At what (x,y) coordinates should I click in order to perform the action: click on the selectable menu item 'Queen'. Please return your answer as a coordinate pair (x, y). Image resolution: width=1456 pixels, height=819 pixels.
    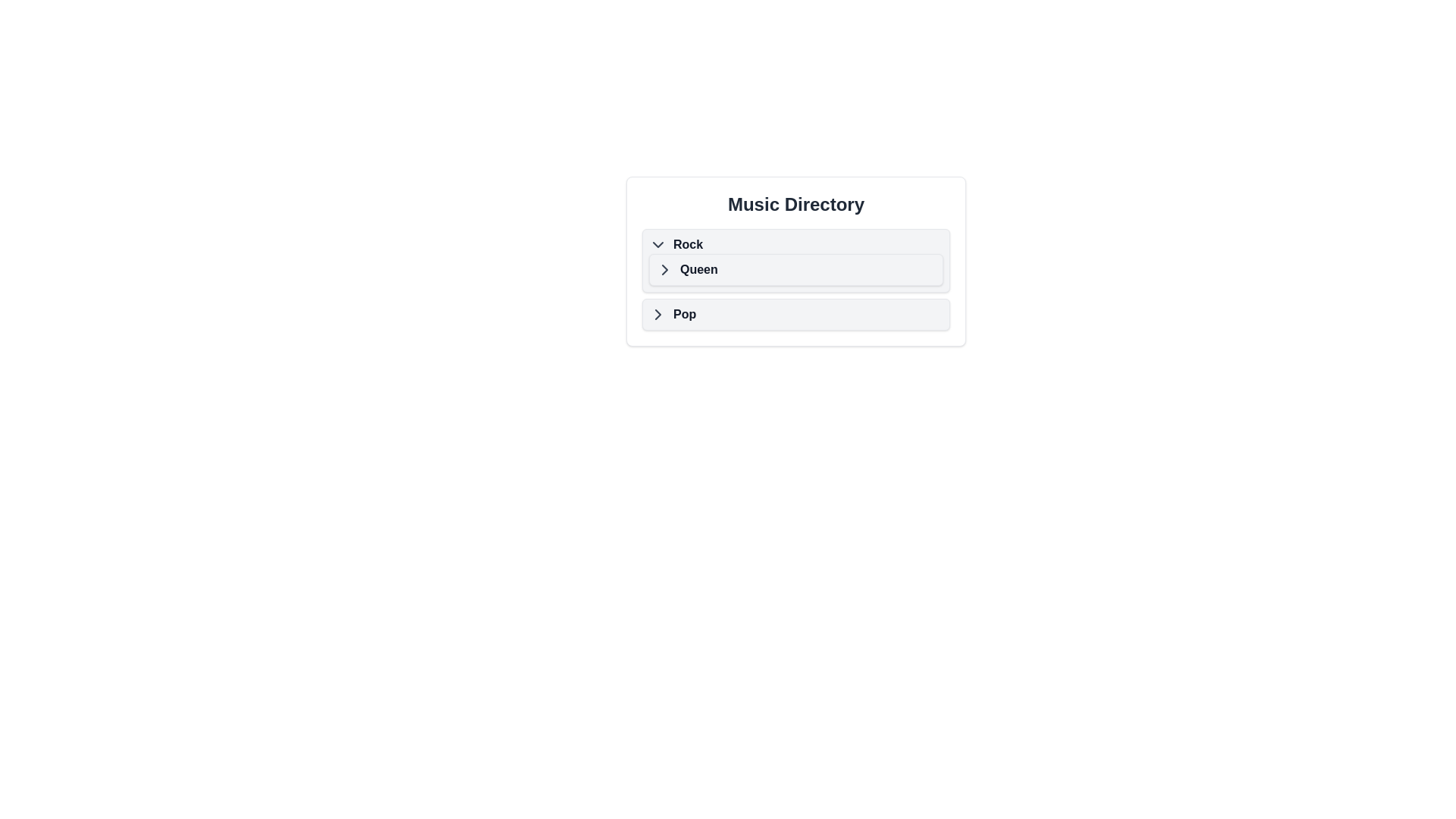
    Looking at the image, I should click on (795, 260).